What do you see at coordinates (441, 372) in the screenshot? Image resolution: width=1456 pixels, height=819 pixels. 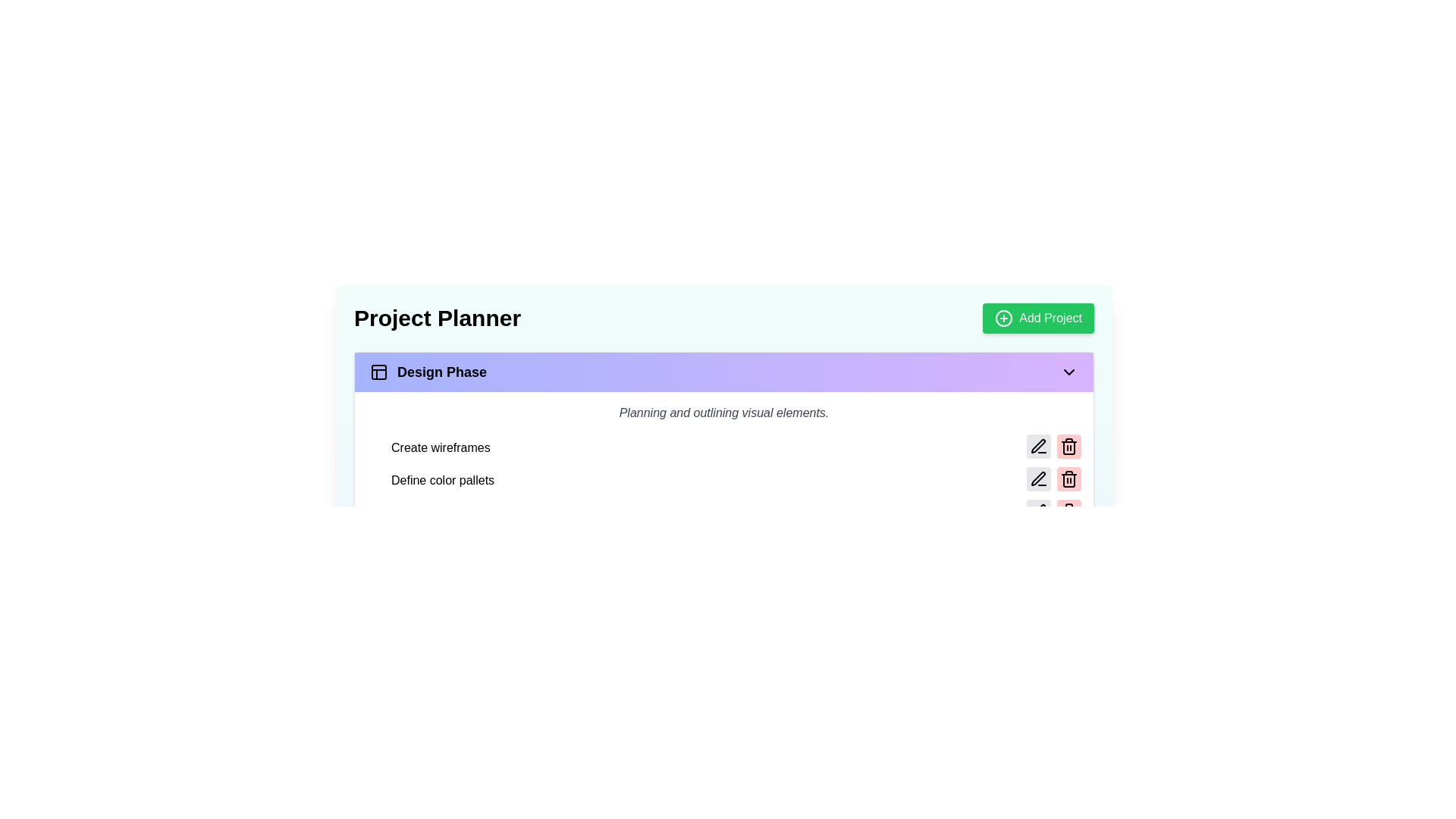 I see `the text label indicating the phase or category of a project or task, which is positioned as the rightmost component next to the left-aligned icon` at bounding box center [441, 372].